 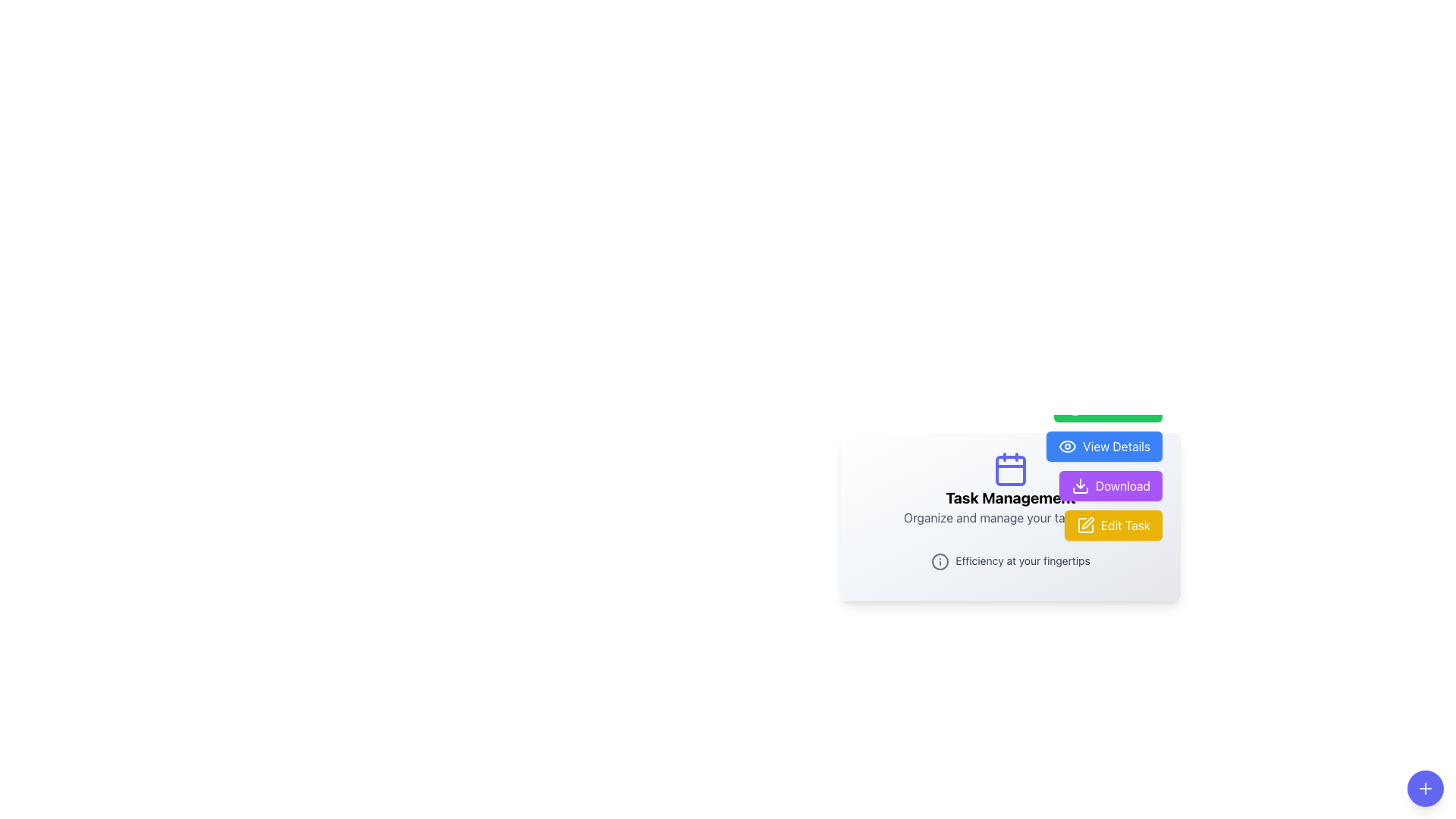 What do you see at coordinates (1104, 465) in the screenshot?
I see `the second button in a vertical arrangement of four located in the bottom-right region of the interface` at bounding box center [1104, 465].